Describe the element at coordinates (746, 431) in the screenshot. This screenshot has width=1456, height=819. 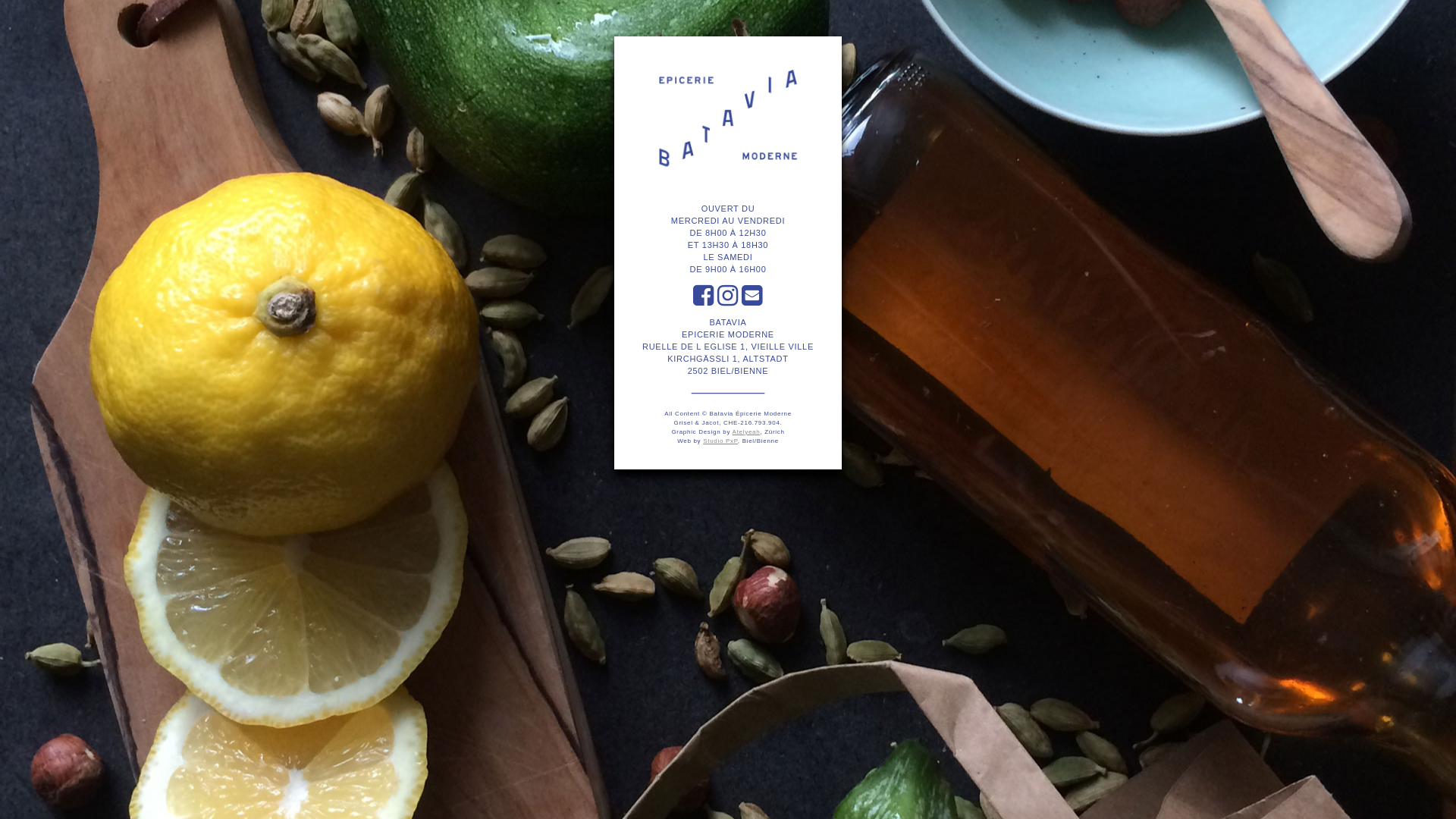
I see `'Atelyeah'` at that location.